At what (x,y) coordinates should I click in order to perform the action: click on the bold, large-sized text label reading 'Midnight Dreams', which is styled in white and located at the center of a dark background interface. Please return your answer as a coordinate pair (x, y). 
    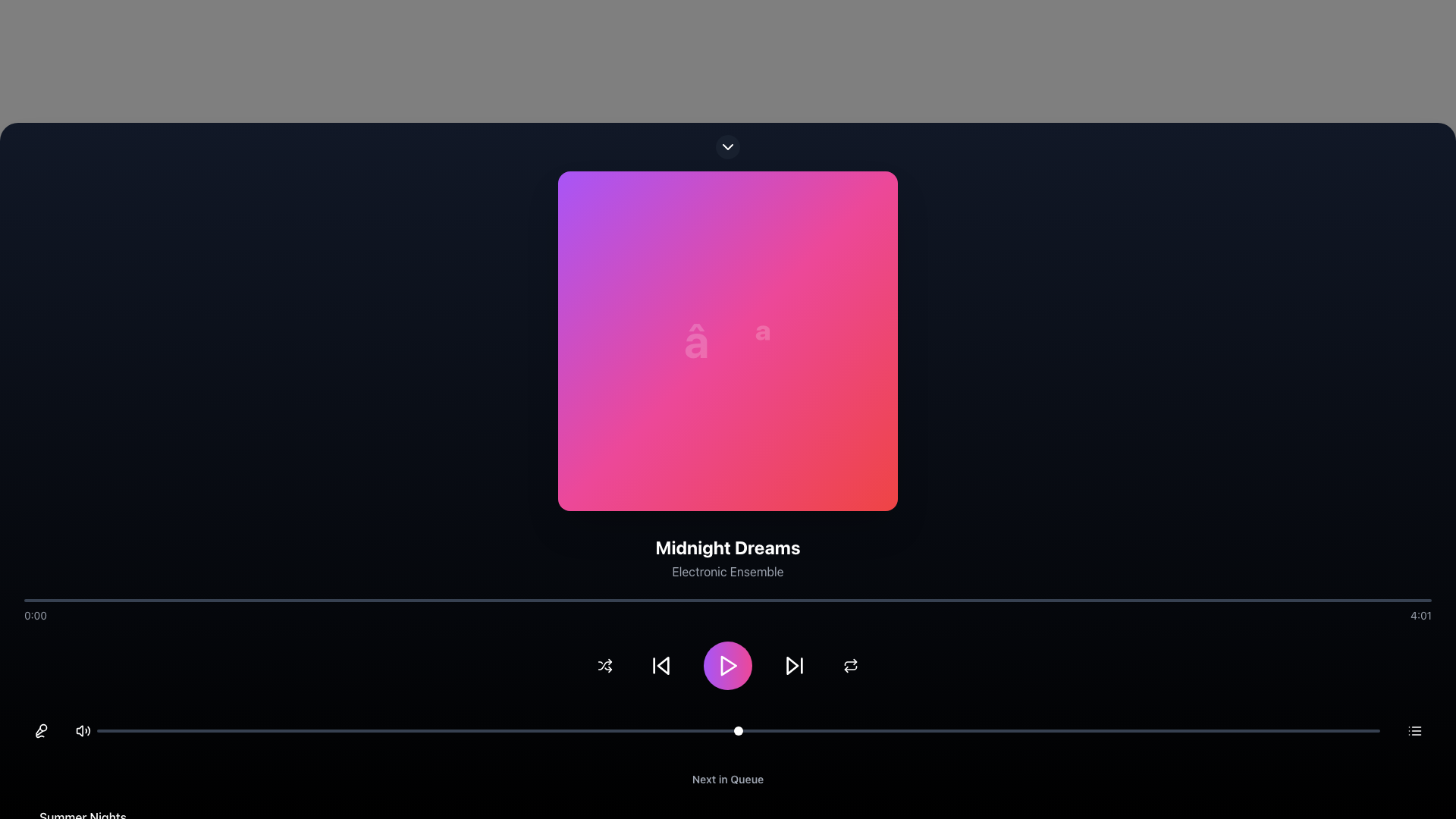
    Looking at the image, I should click on (728, 547).